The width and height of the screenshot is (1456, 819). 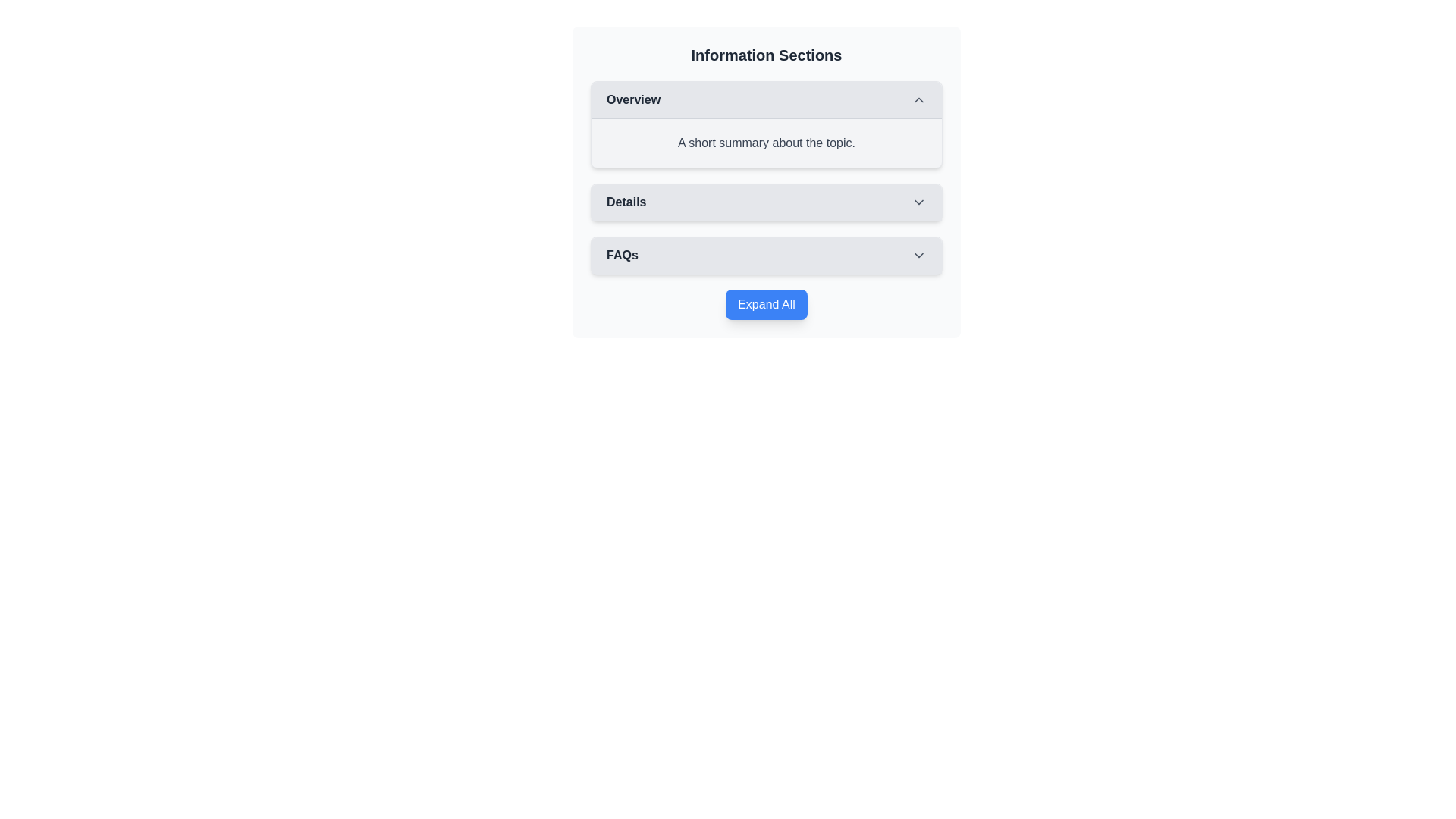 What do you see at coordinates (626, 201) in the screenshot?
I see `the 'Details' text label that serves as a heading for the associated content in the menu tab` at bounding box center [626, 201].